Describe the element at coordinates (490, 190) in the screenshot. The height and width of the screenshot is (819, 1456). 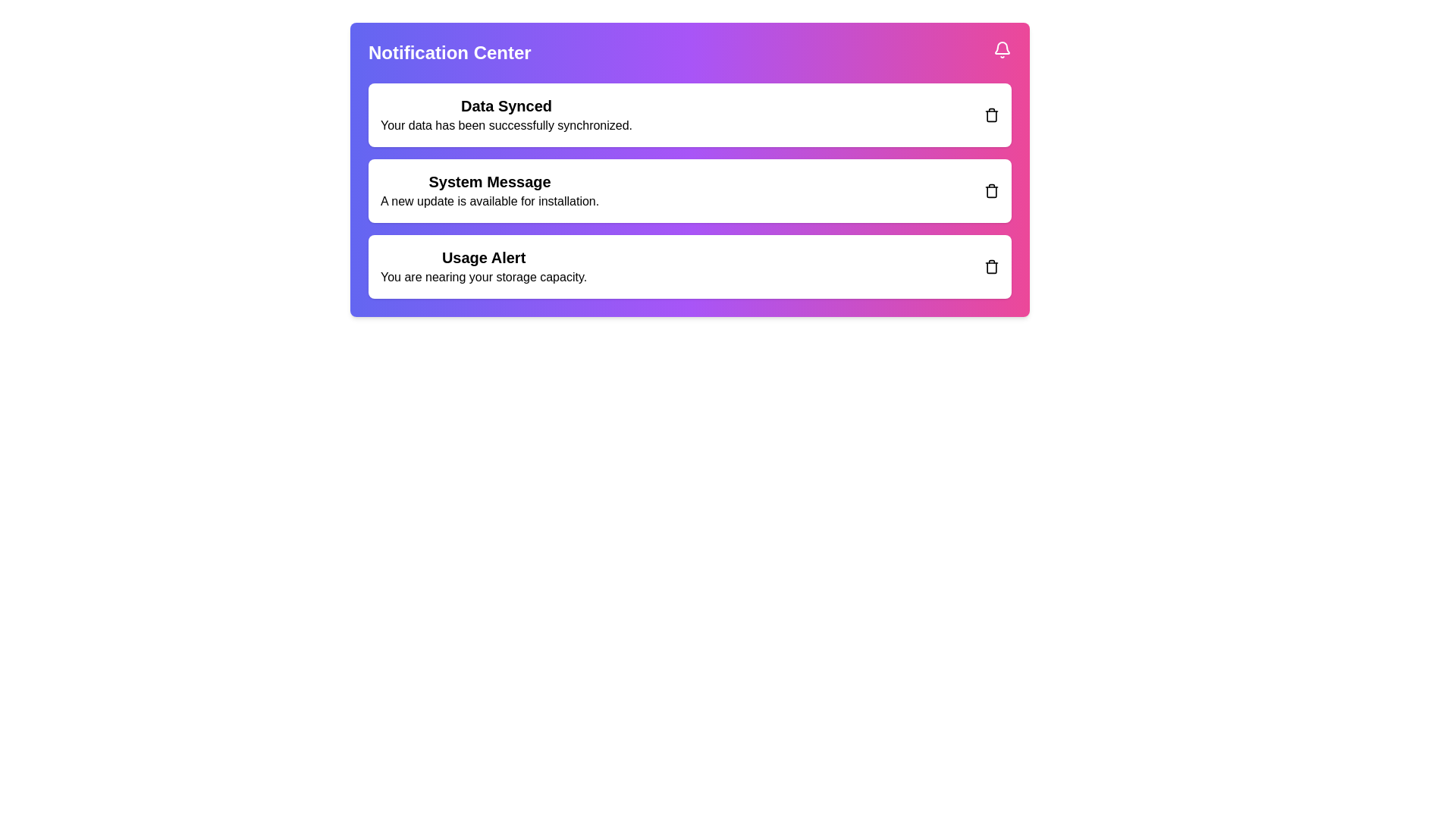
I see `the Static text-based notification component displaying 'System Message' and 'A new update is available for installation.'` at that location.